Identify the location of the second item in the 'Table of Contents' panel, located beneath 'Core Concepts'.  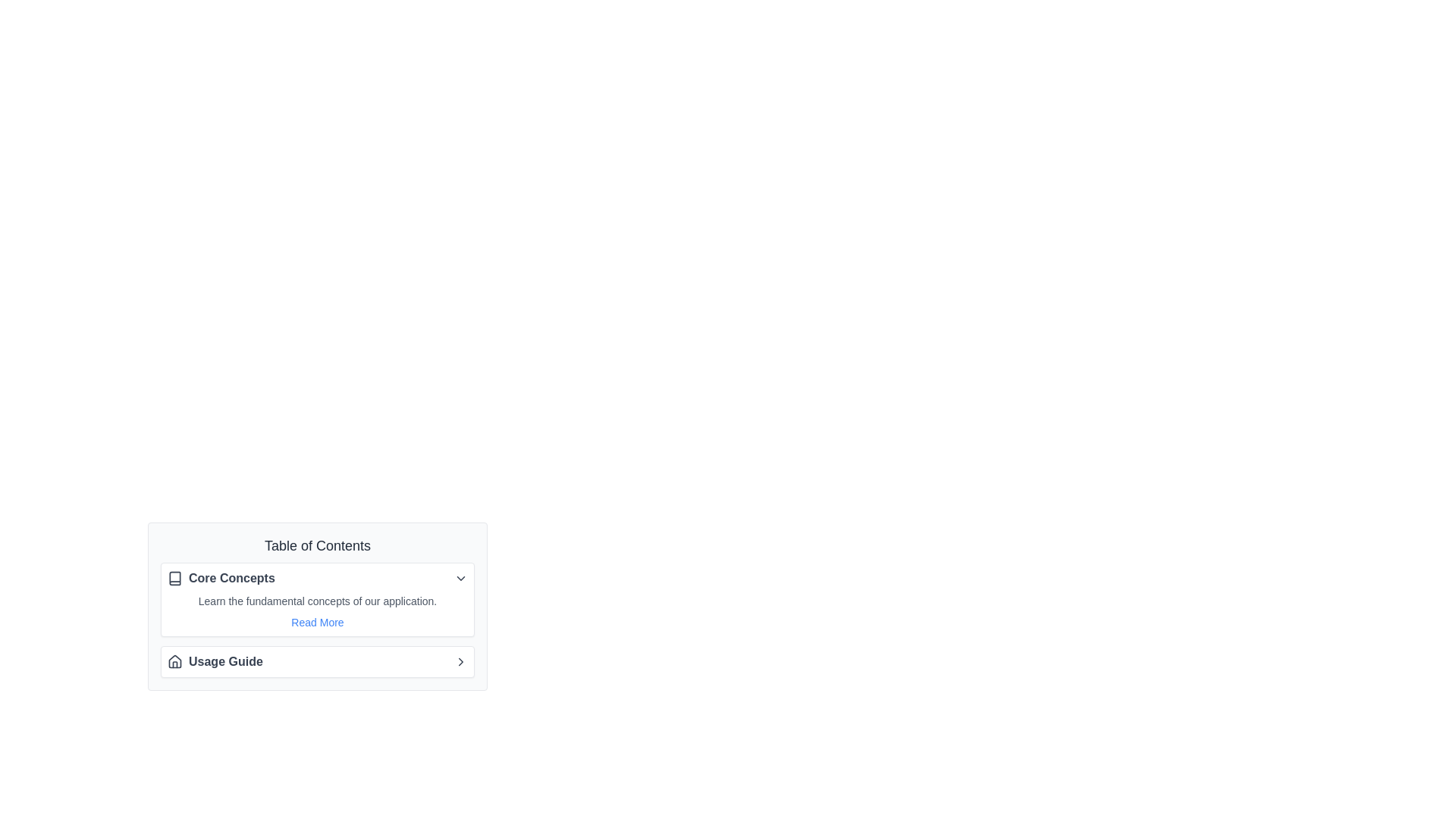
(316, 661).